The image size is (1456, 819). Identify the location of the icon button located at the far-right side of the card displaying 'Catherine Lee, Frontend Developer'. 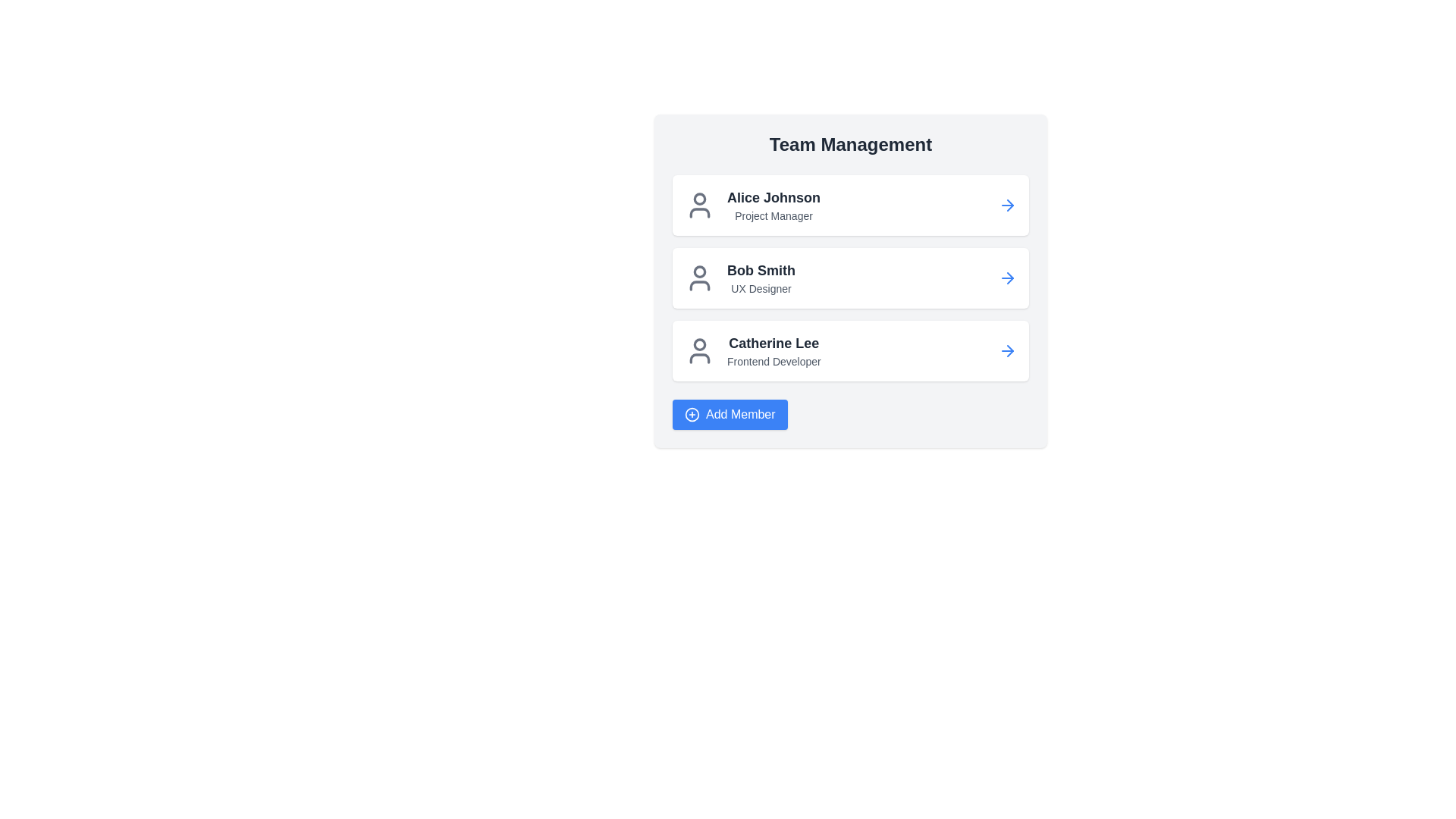
(1008, 350).